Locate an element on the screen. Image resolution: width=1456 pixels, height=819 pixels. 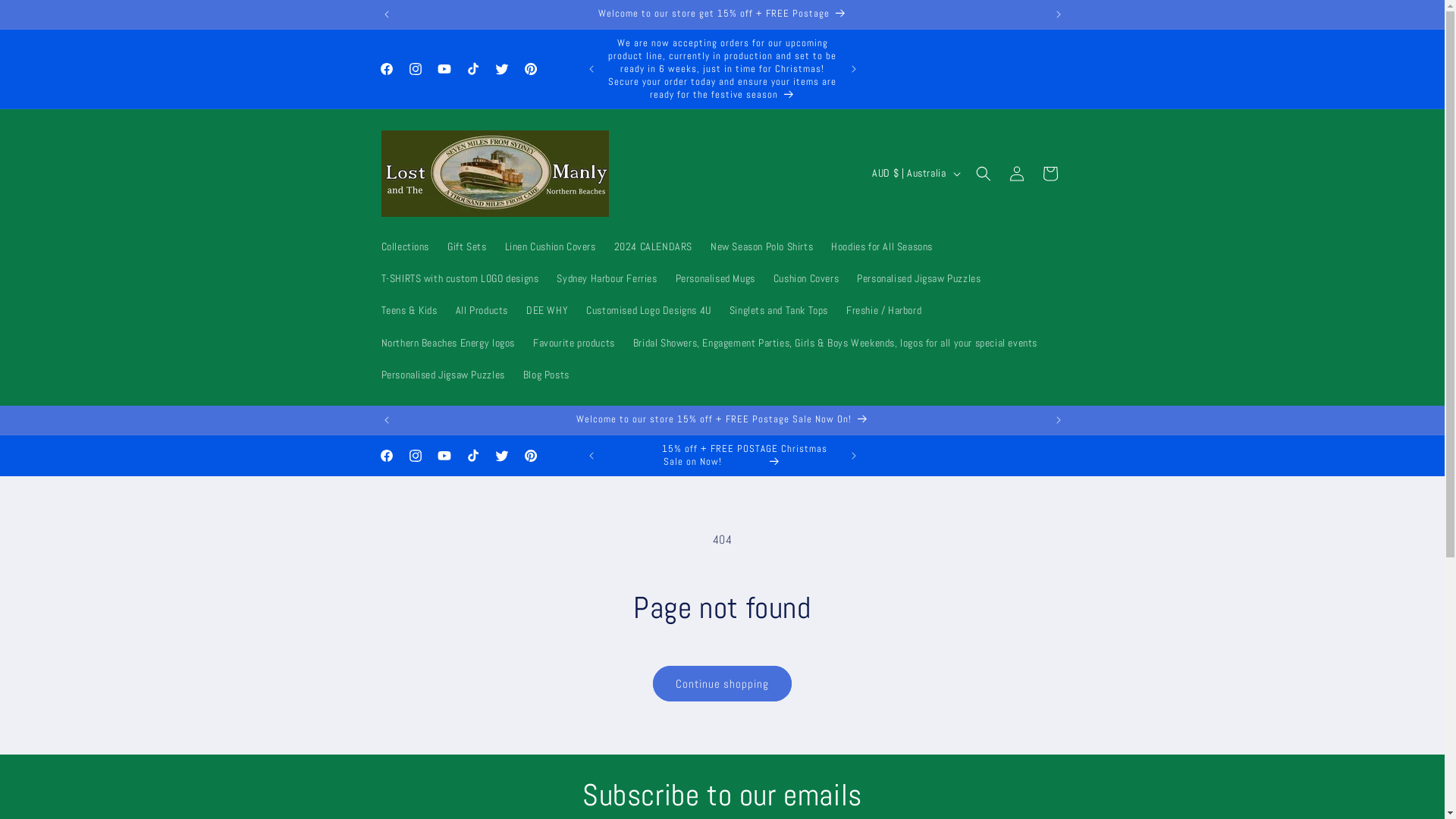
'Cart' is located at coordinates (1048, 172).